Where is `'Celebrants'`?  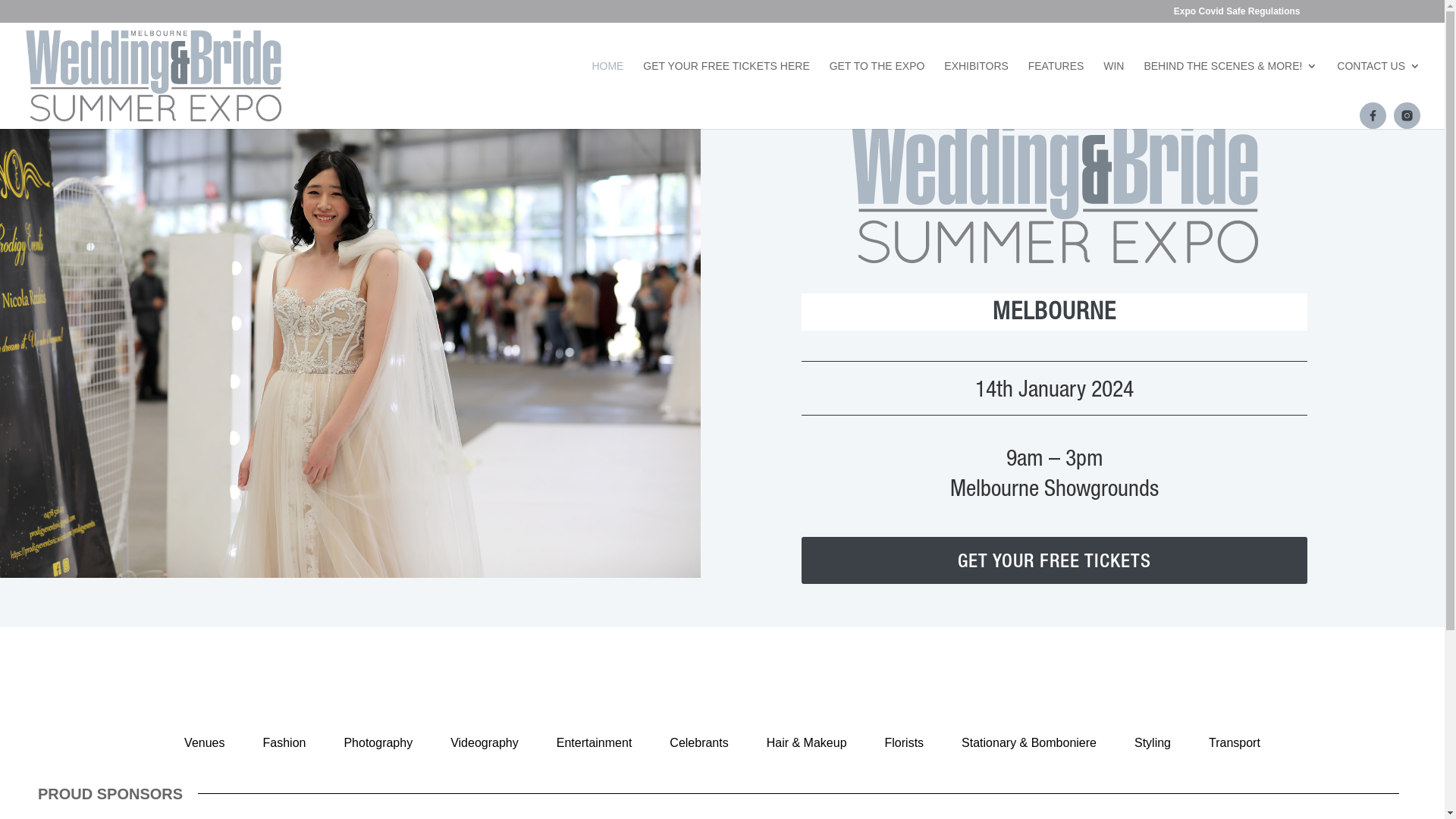
'Celebrants' is located at coordinates (698, 742).